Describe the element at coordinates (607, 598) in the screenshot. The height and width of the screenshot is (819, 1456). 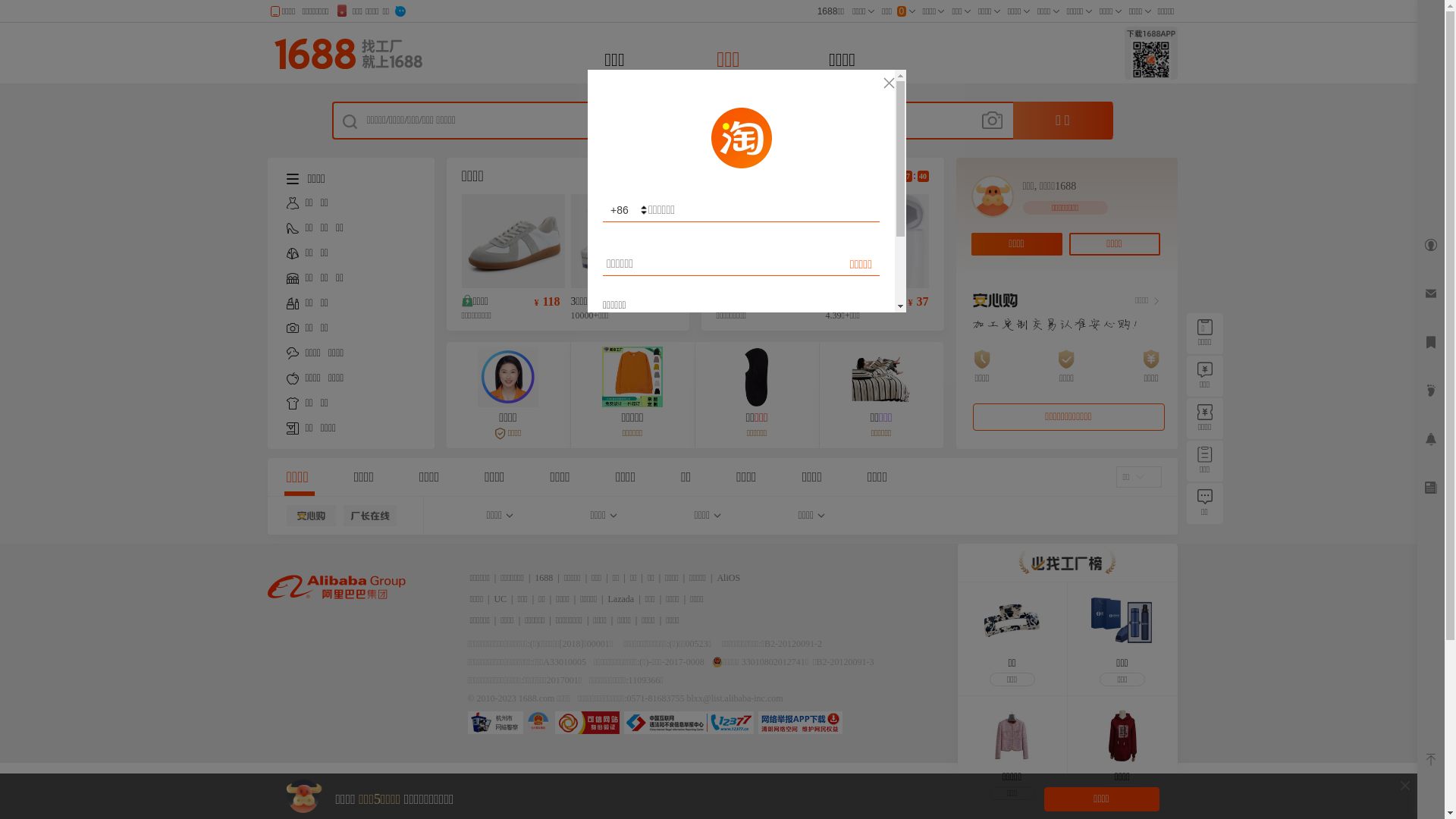
I see `'Lazada'` at that location.